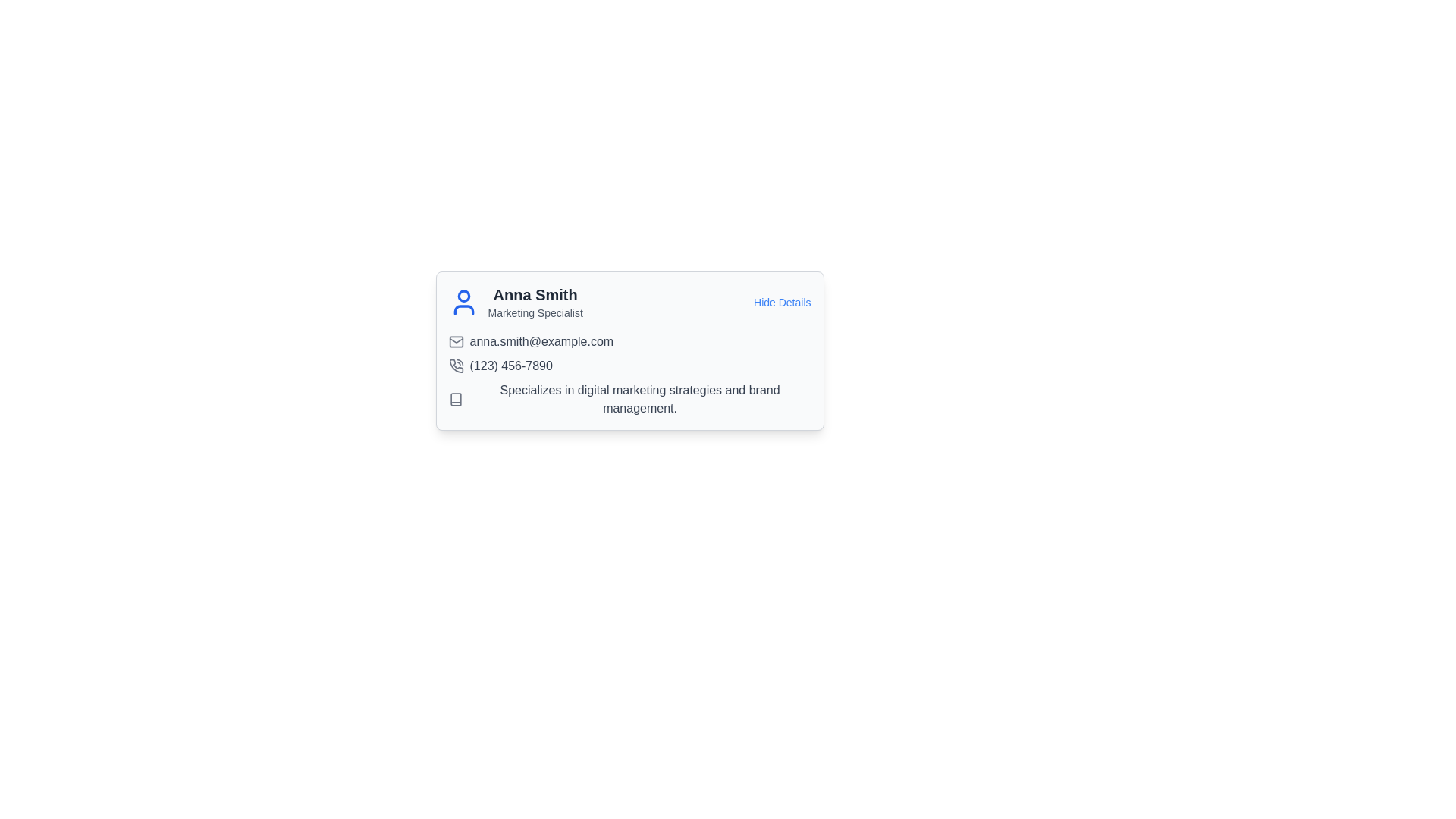  I want to click on the stylized phone icon with a radiating signal, which is positioned to the left of the phone number '(123) 456-7890', so click(455, 366).